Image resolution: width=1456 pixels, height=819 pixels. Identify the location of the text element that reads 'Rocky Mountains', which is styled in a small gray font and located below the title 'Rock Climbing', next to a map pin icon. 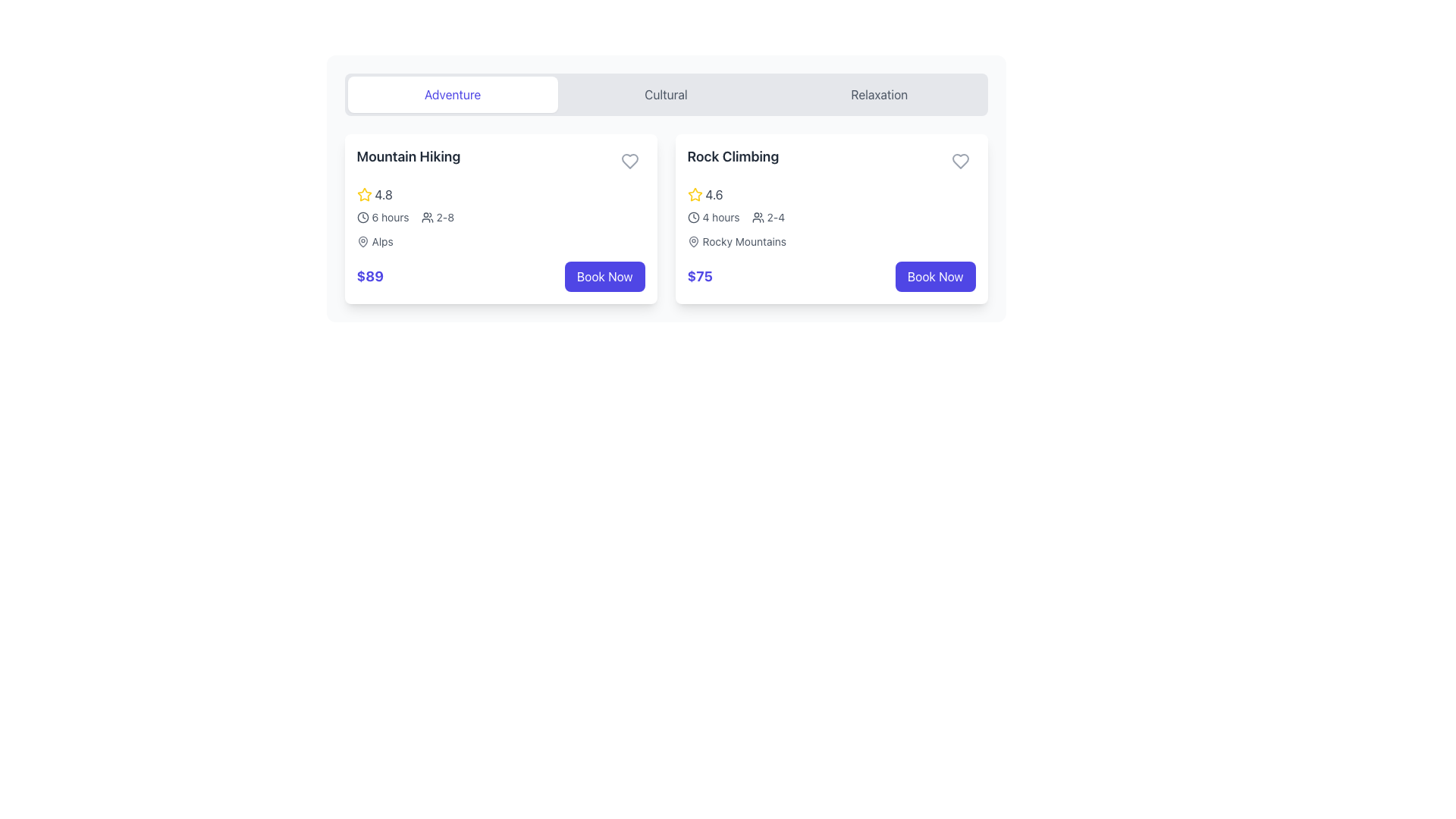
(744, 241).